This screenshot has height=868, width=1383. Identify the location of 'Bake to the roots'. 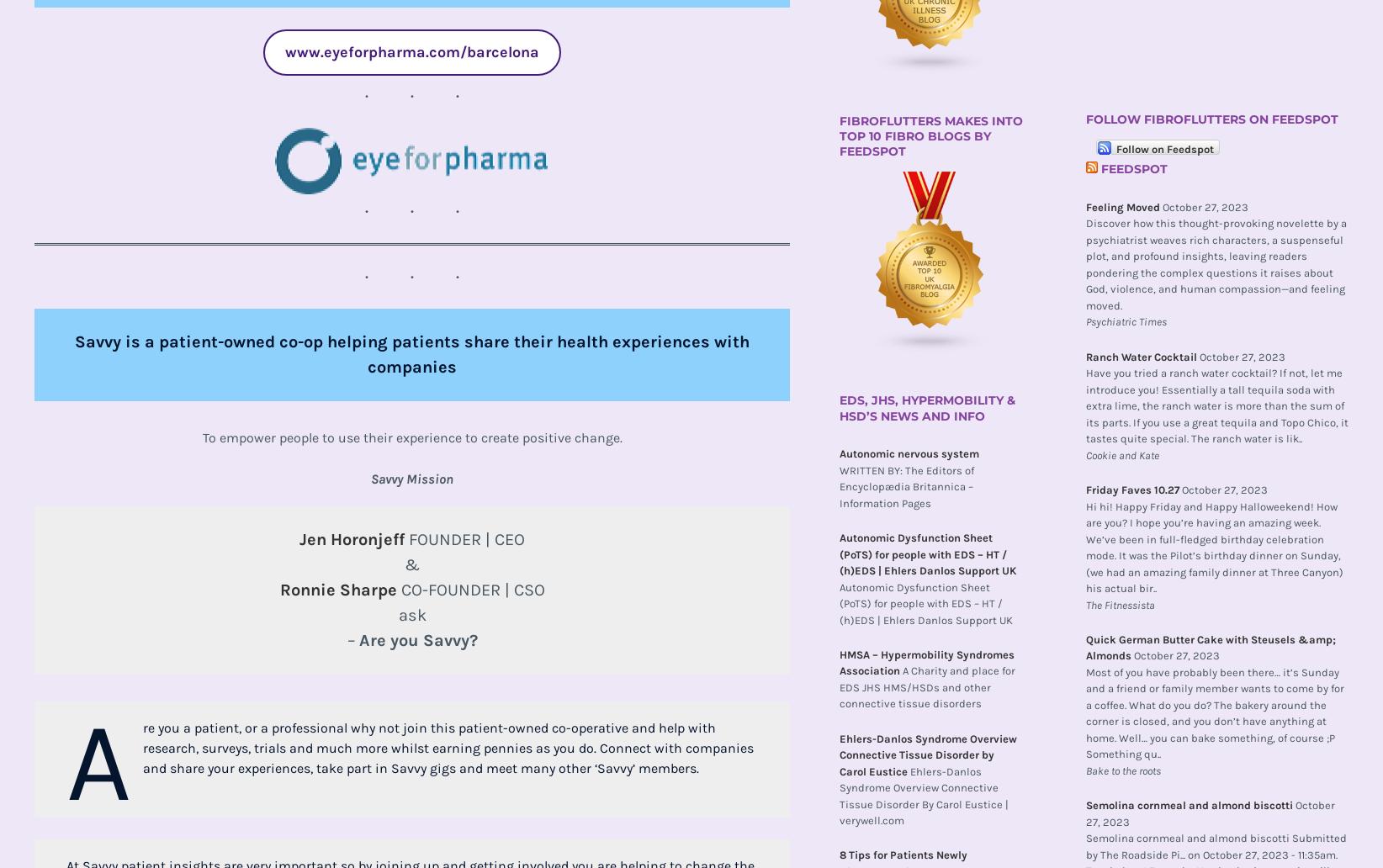
(1122, 769).